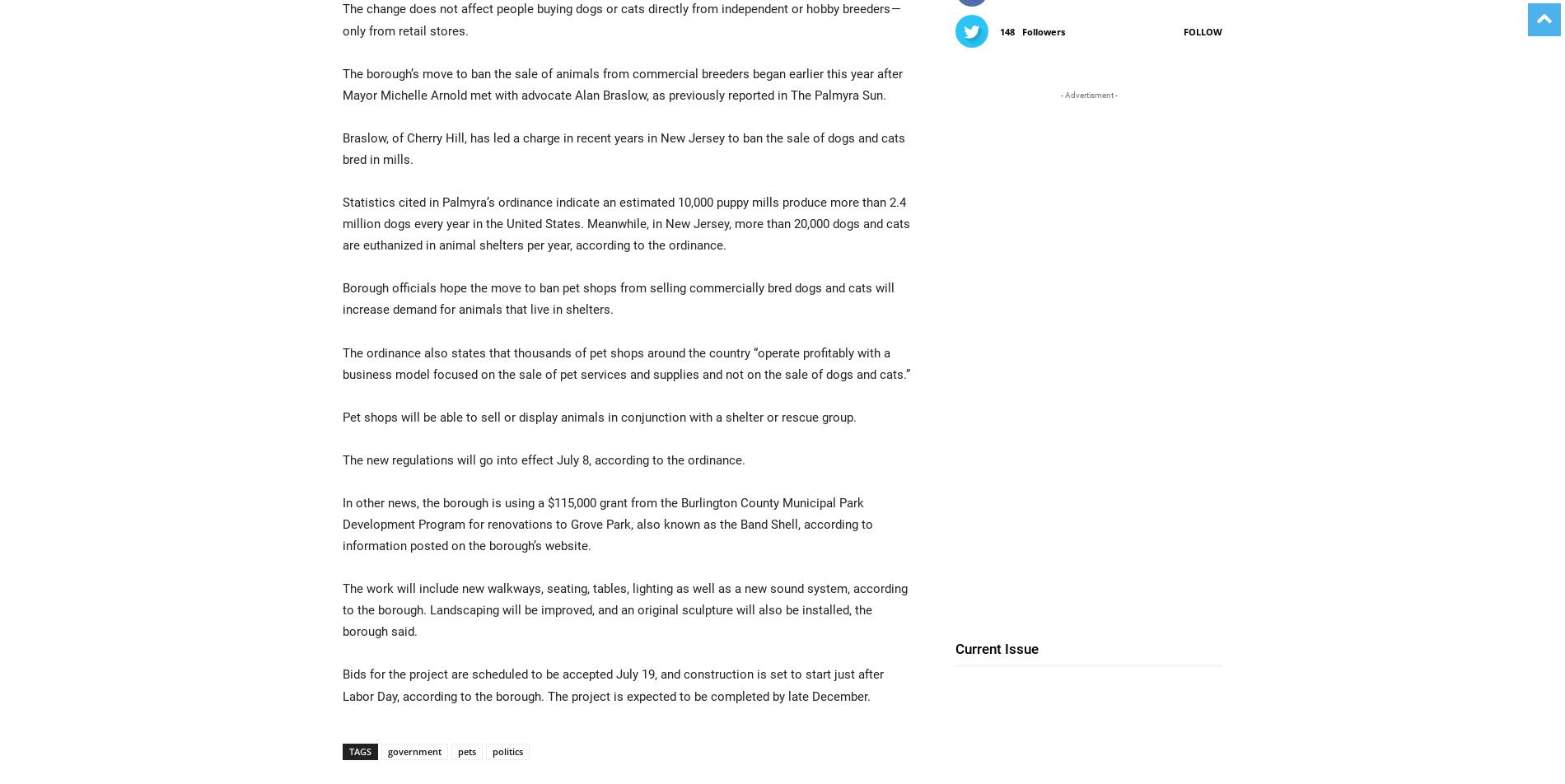 The width and height of the screenshot is (1565, 784). What do you see at coordinates (348, 750) in the screenshot?
I see `'Tags'` at bounding box center [348, 750].